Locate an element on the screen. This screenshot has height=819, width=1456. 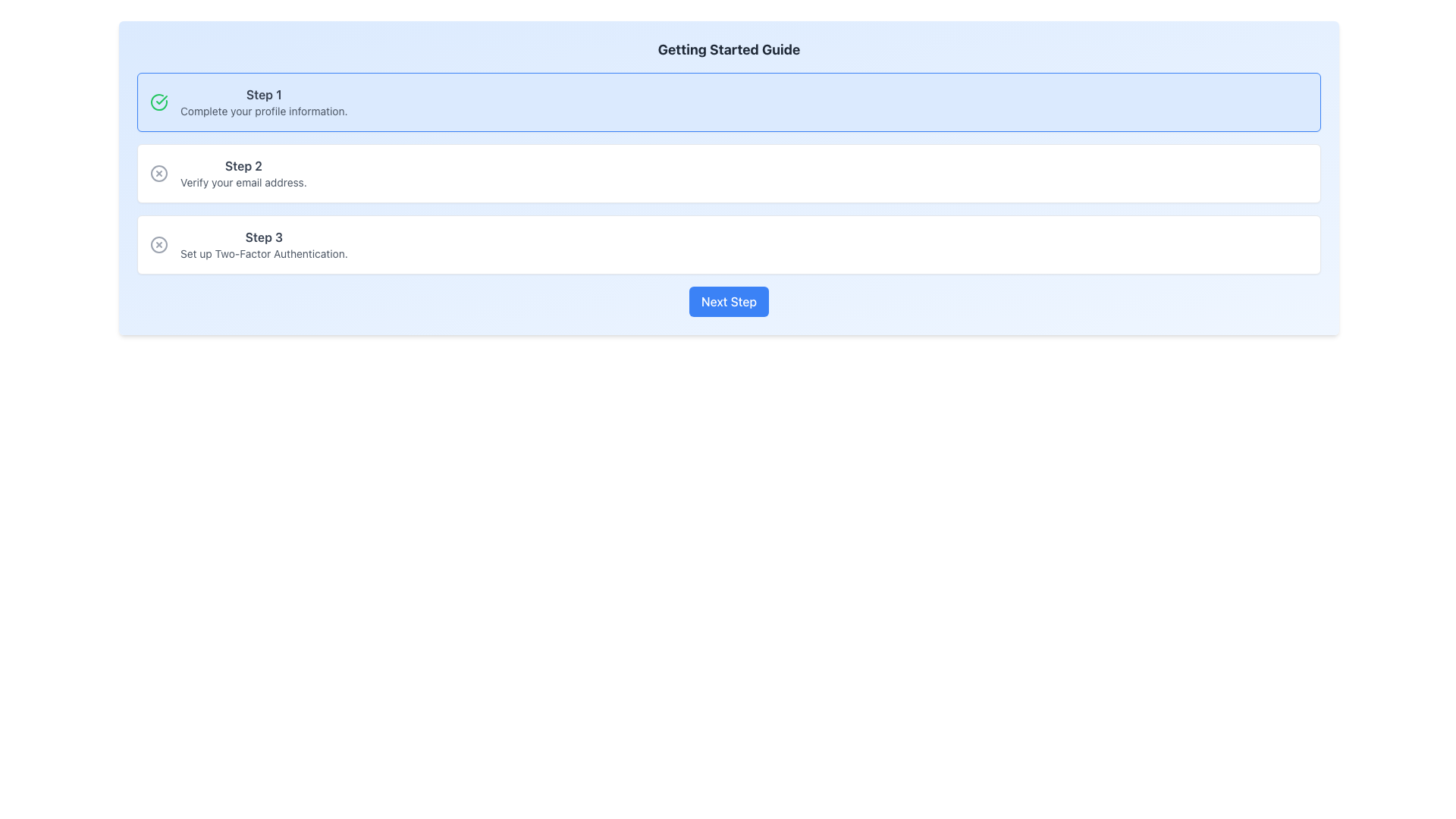
the indicator icon that denotes an incomplete or error state for Step 2 - Verify your email address in the Getting Started Guide interface is located at coordinates (159, 172).